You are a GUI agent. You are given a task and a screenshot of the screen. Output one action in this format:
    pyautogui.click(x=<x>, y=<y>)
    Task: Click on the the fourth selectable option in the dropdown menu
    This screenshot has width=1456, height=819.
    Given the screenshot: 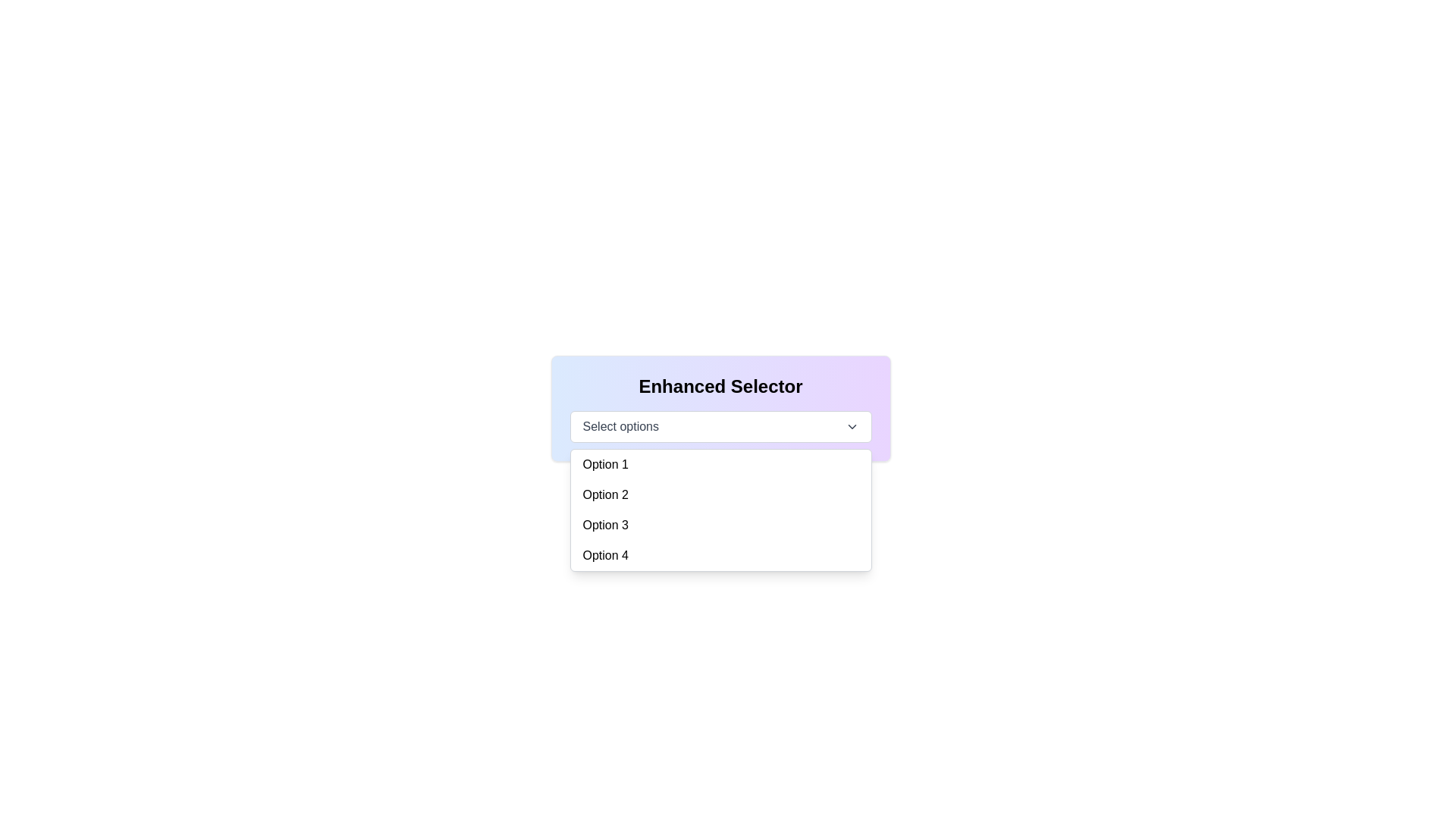 What is the action you would take?
    pyautogui.click(x=720, y=555)
    